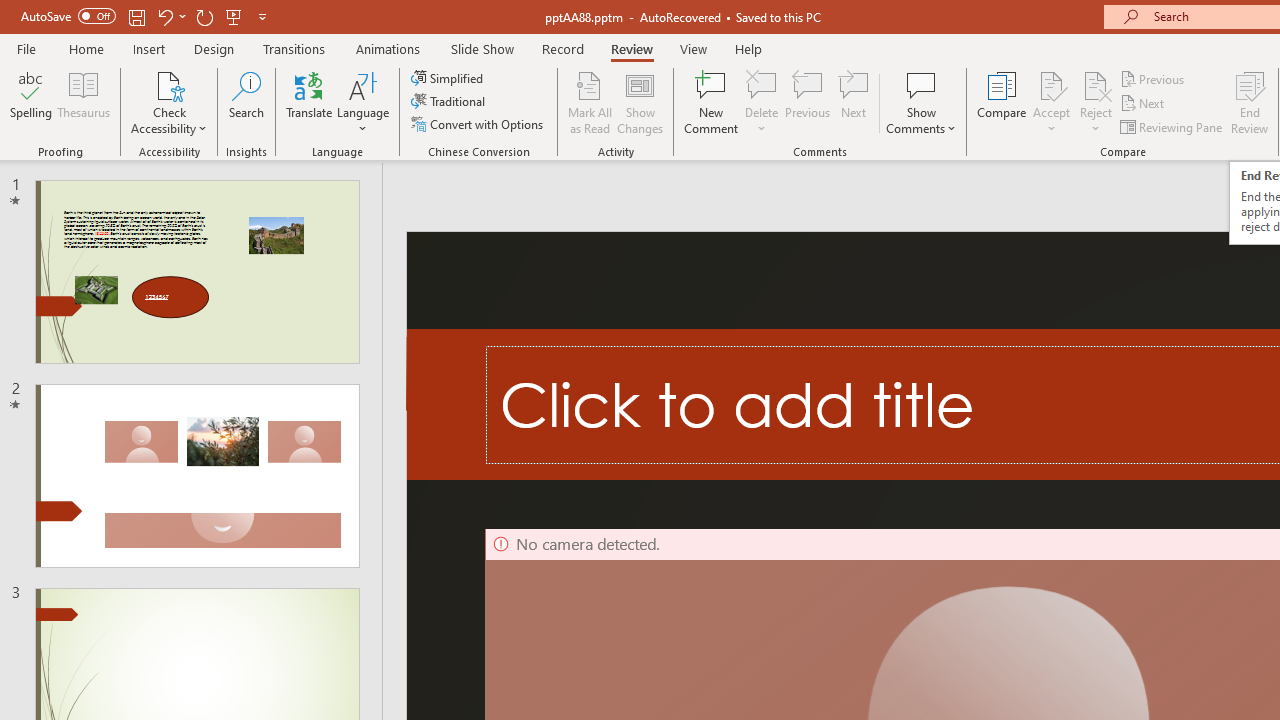 The image size is (1280, 720). Describe the element at coordinates (640, 103) in the screenshot. I see `'Show Changes'` at that location.